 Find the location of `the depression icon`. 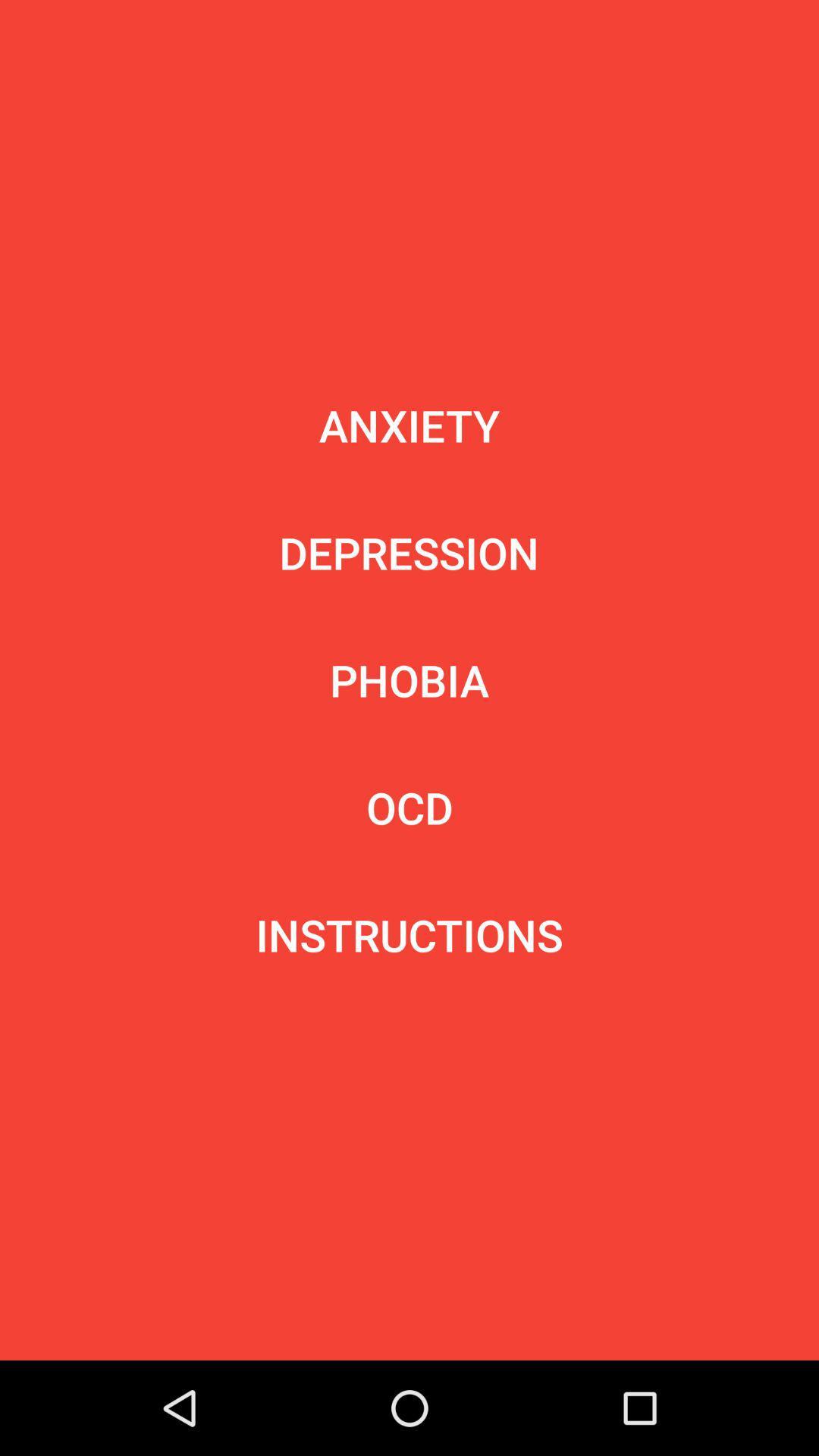

the depression icon is located at coordinates (408, 552).